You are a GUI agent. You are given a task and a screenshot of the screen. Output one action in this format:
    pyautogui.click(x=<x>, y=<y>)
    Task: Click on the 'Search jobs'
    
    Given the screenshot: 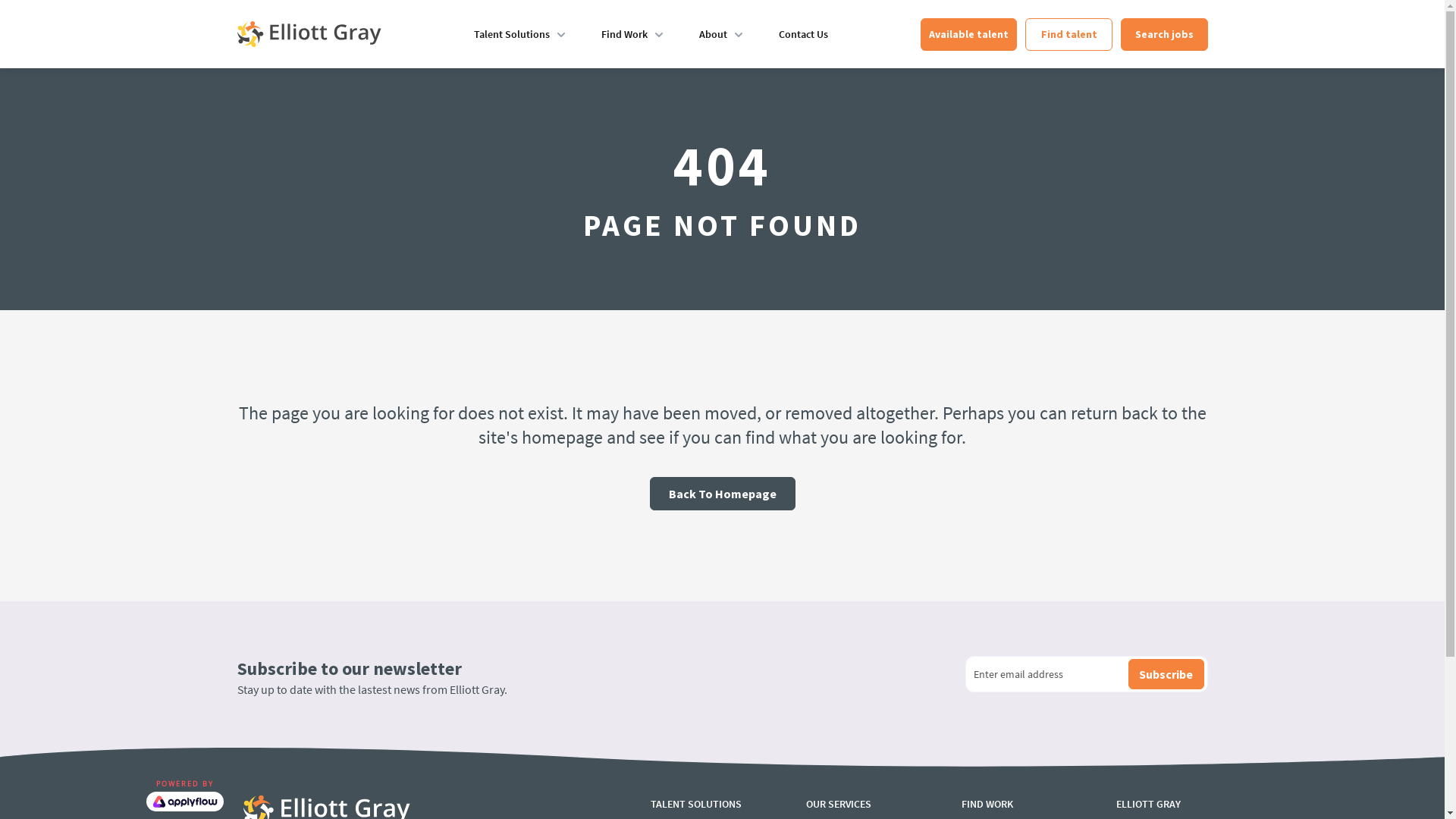 What is the action you would take?
    pyautogui.click(x=1163, y=34)
    